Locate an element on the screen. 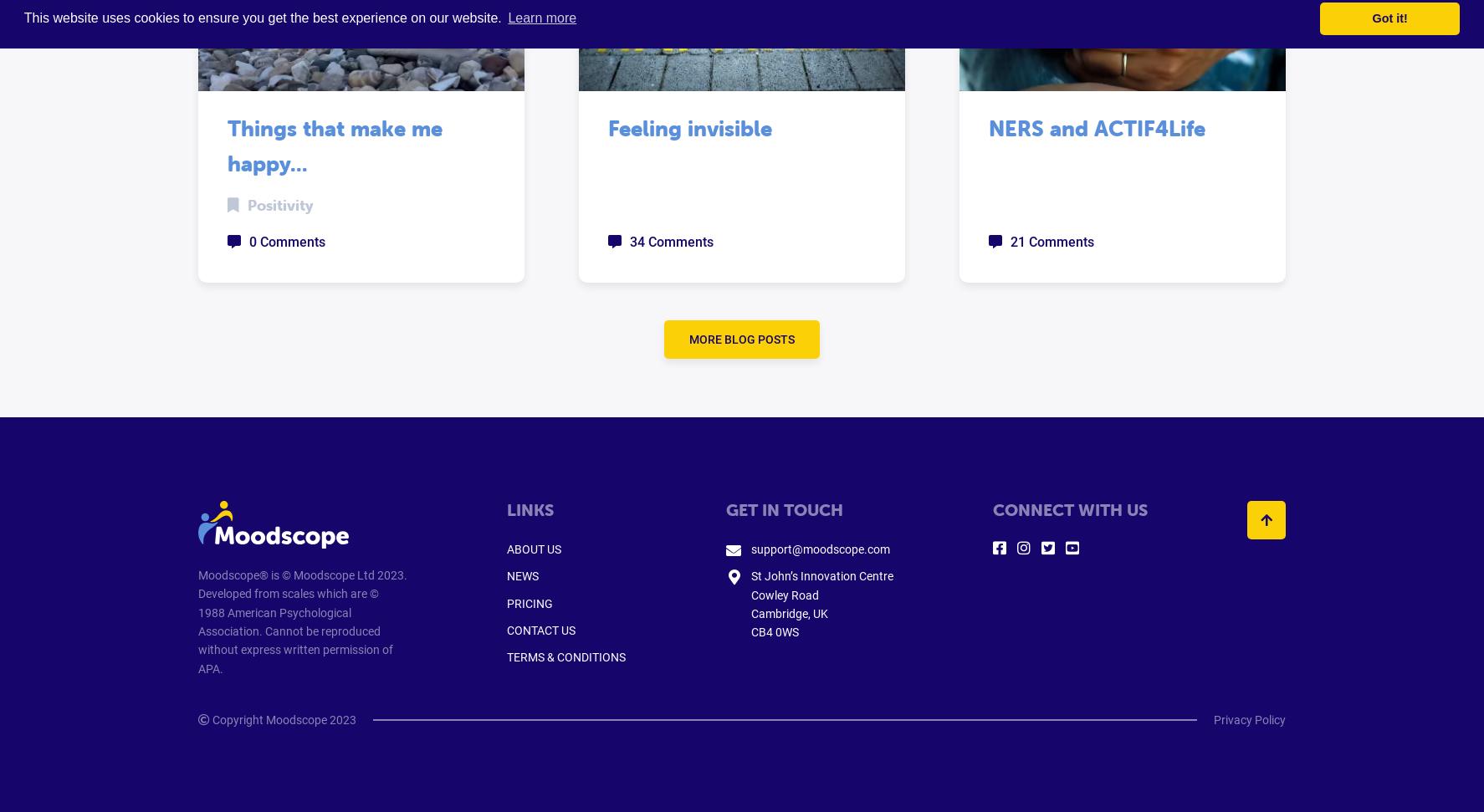  '21 Comments' is located at coordinates (1051, 241).